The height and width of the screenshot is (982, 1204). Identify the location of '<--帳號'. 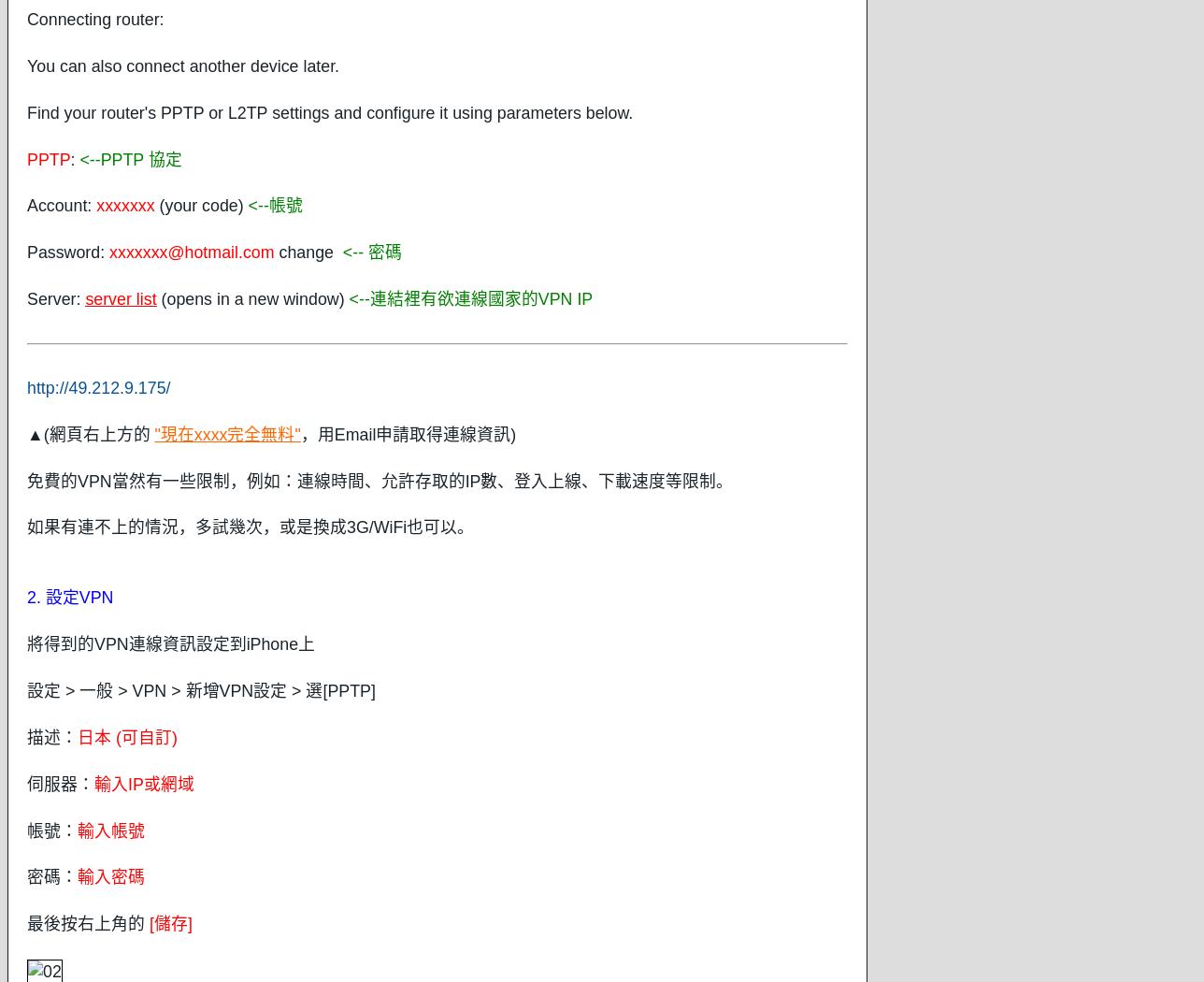
(275, 204).